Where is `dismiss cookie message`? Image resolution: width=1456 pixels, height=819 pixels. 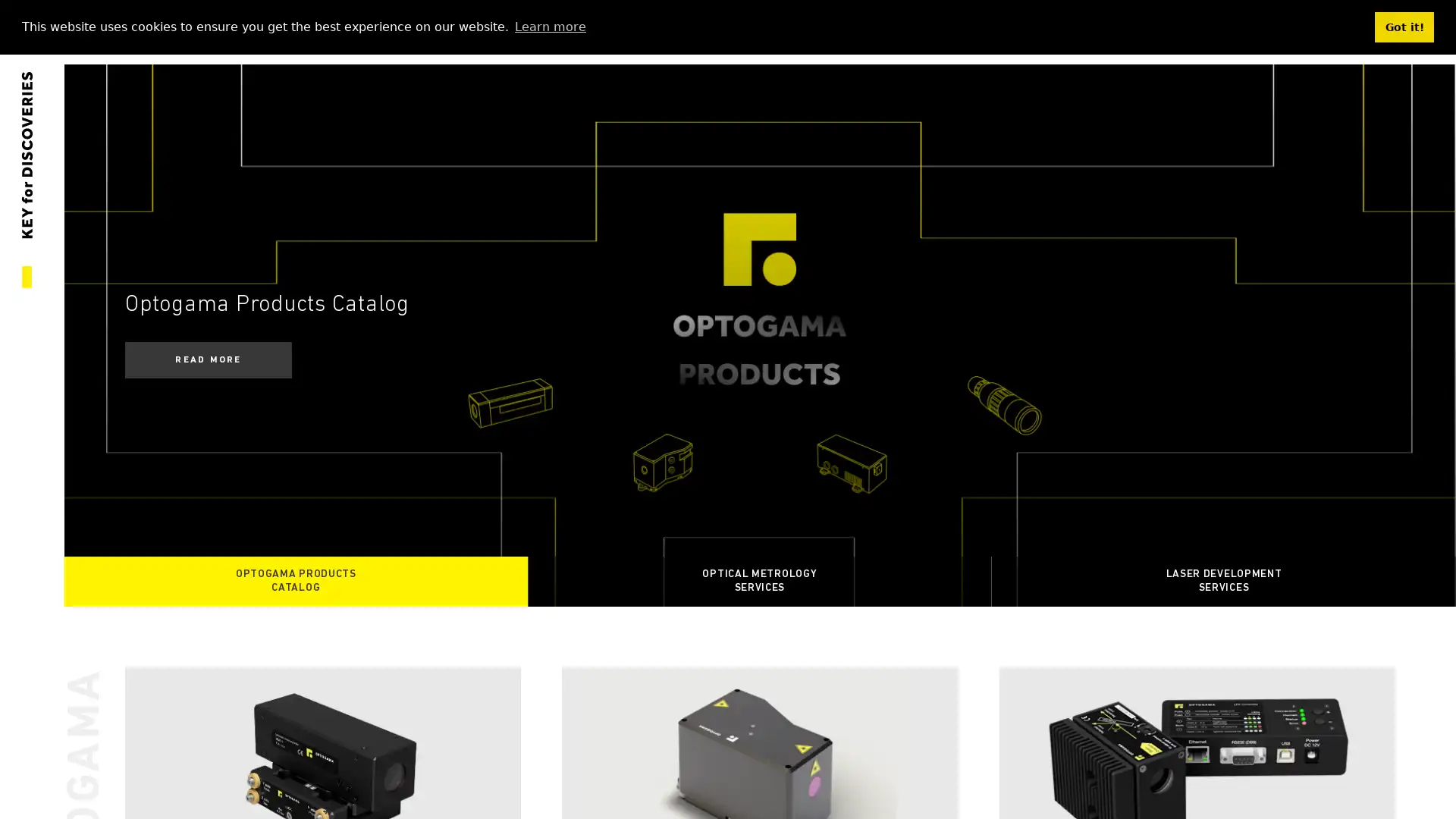 dismiss cookie message is located at coordinates (1404, 27).